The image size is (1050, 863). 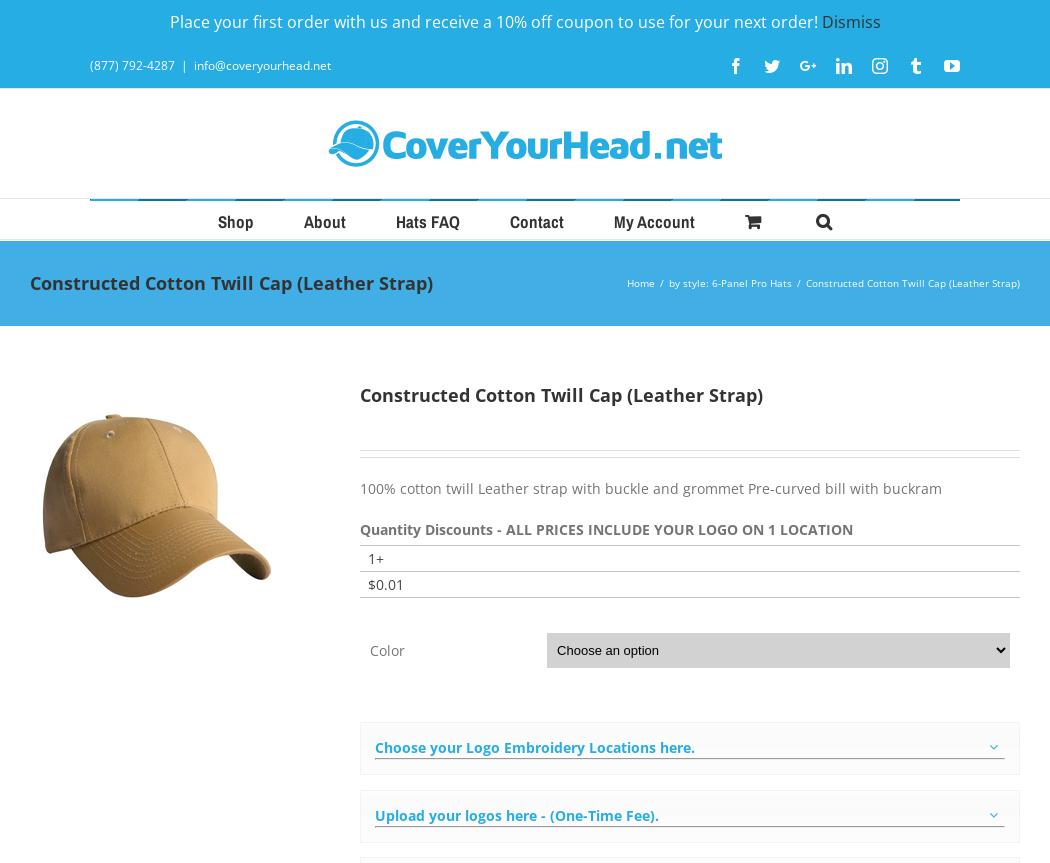 I want to click on 'New Era', so click(x=417, y=438).